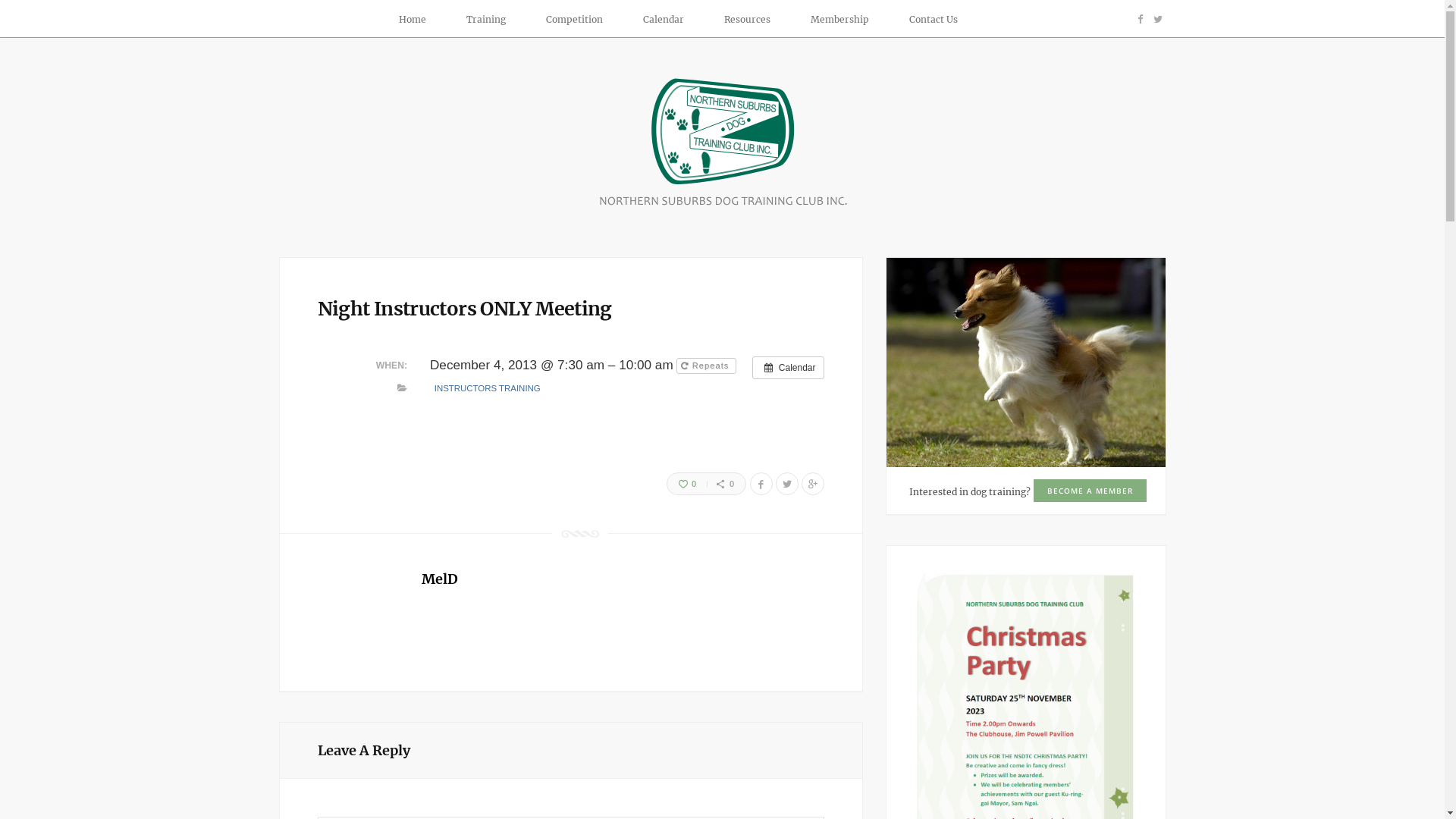  I want to click on 'Training', so click(491, 20).